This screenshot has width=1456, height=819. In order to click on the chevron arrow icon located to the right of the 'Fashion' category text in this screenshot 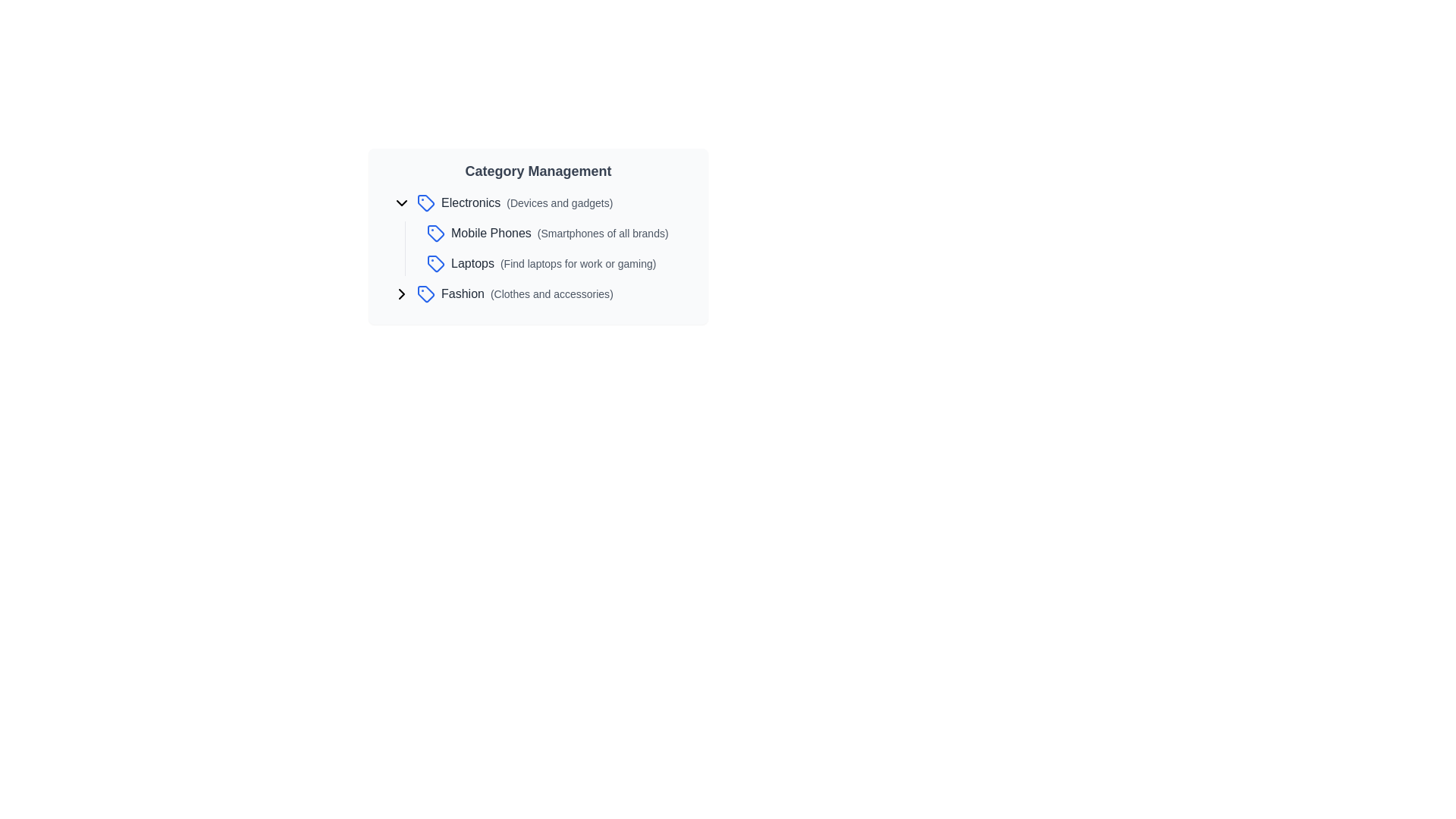, I will do `click(401, 294)`.